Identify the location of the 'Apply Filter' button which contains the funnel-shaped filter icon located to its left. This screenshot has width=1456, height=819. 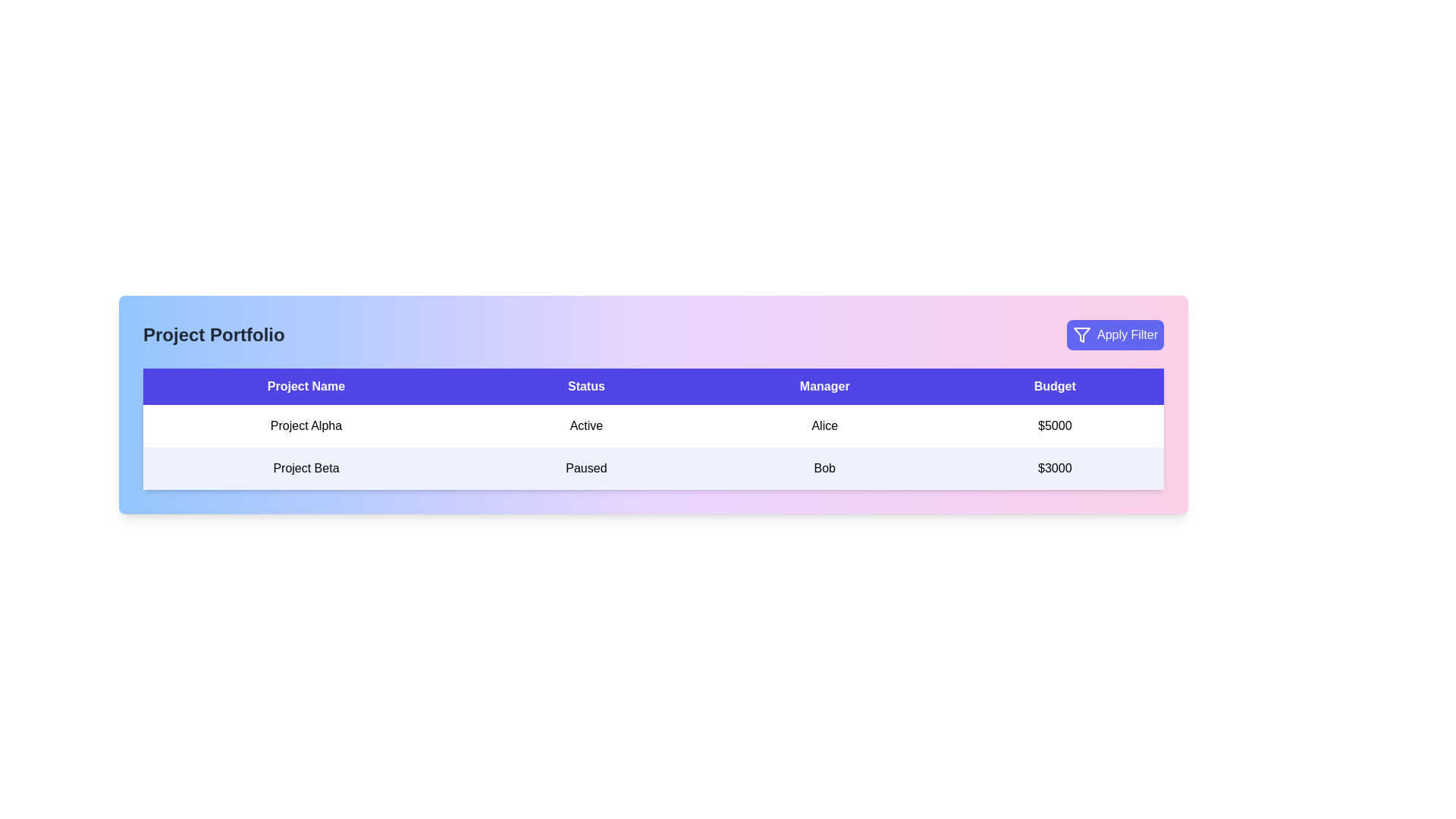
(1081, 334).